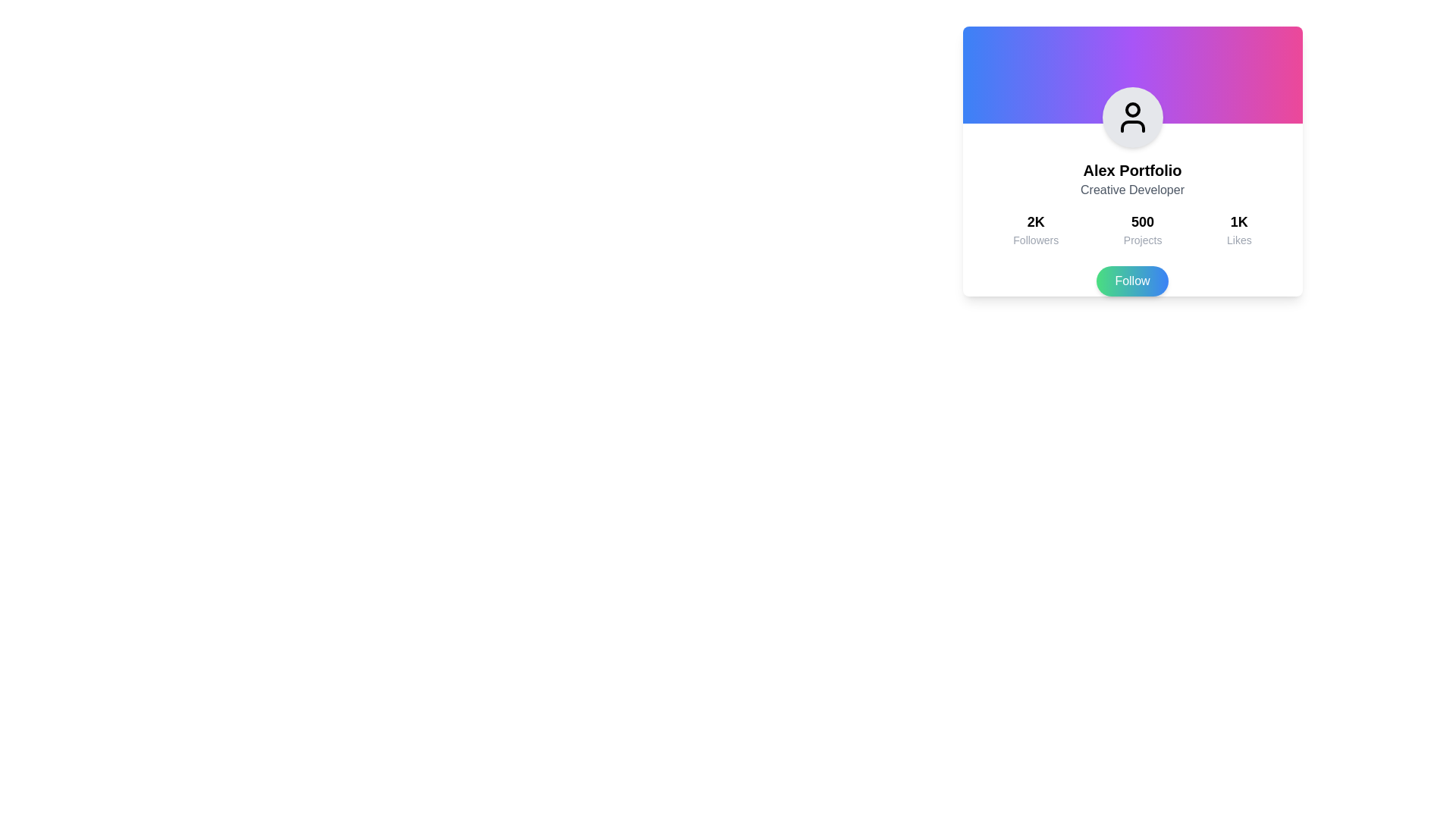 This screenshot has width=1456, height=819. What do you see at coordinates (1143, 239) in the screenshot?
I see `text label that describes the statistic of '500' projects, located below the number '500' and aligned between 'Followers' and 'Likes'` at bounding box center [1143, 239].